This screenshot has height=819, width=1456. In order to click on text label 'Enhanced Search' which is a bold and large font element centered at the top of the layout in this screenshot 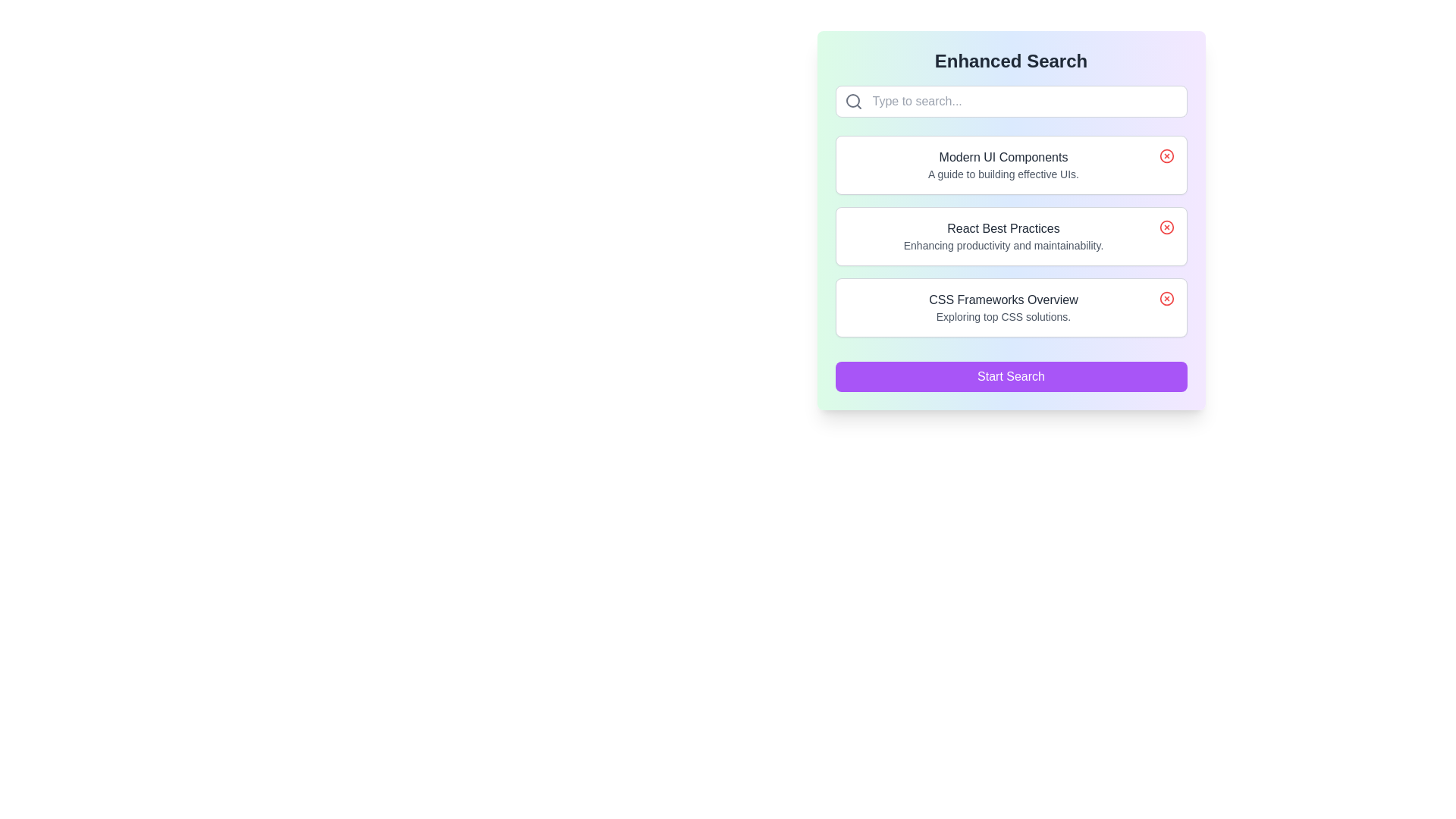, I will do `click(1011, 61)`.